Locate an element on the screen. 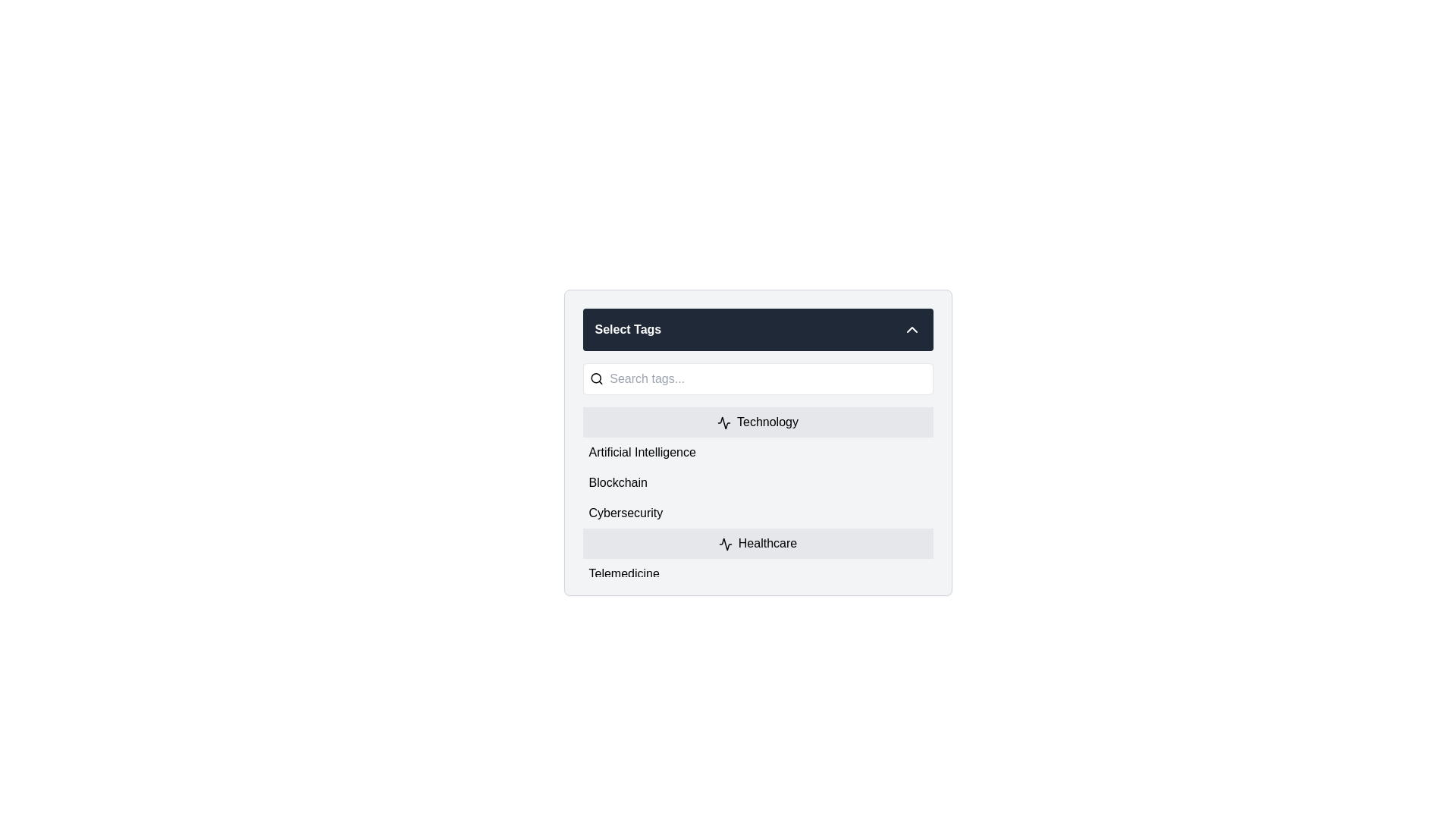  the 'Blockchain' clickable list item in the 'Select Tags' group is located at coordinates (758, 482).